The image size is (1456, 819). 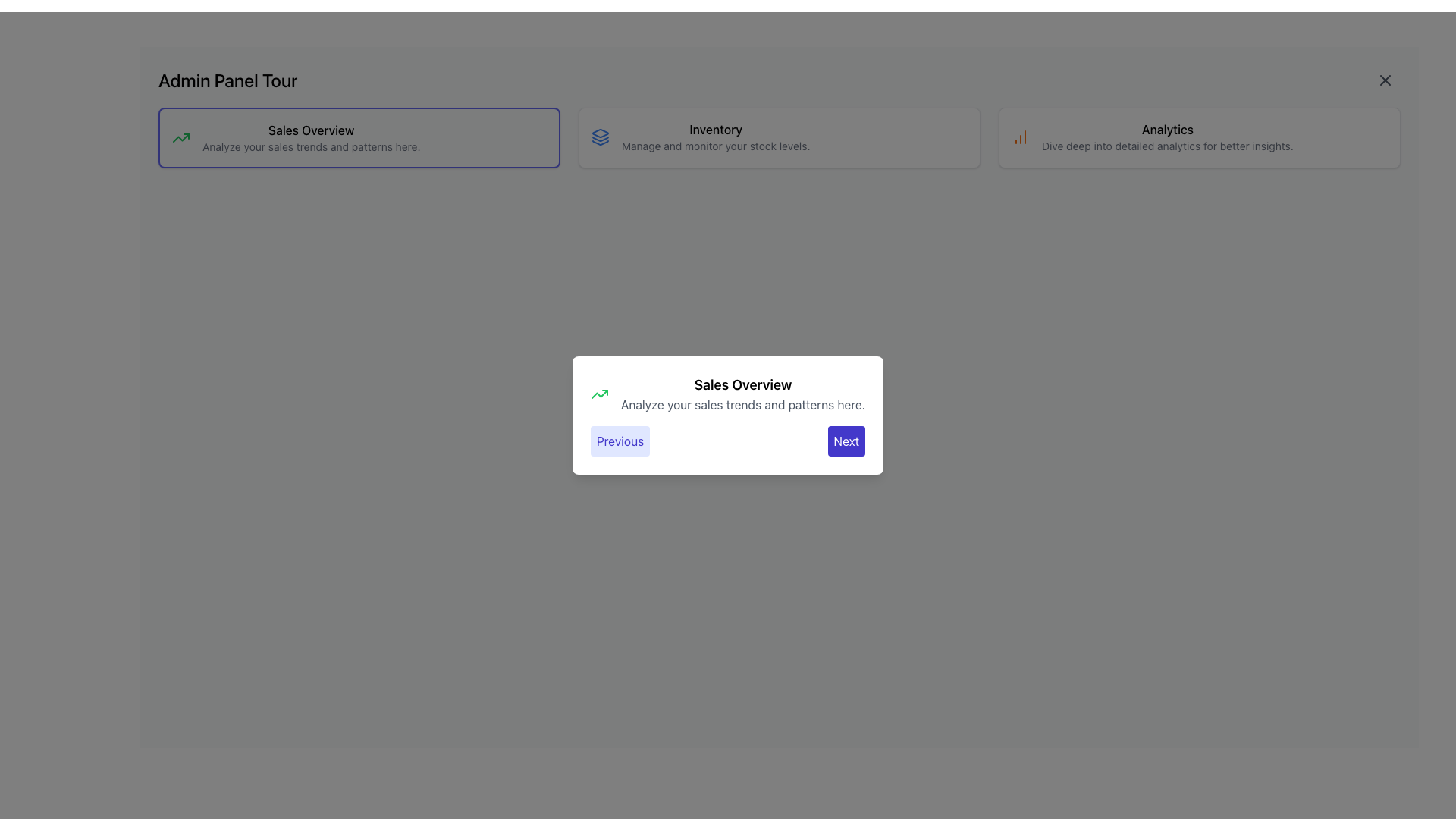 What do you see at coordinates (1166, 146) in the screenshot?
I see `descriptive text located below the 'Analytics' heading in the top-right card of the interface` at bounding box center [1166, 146].